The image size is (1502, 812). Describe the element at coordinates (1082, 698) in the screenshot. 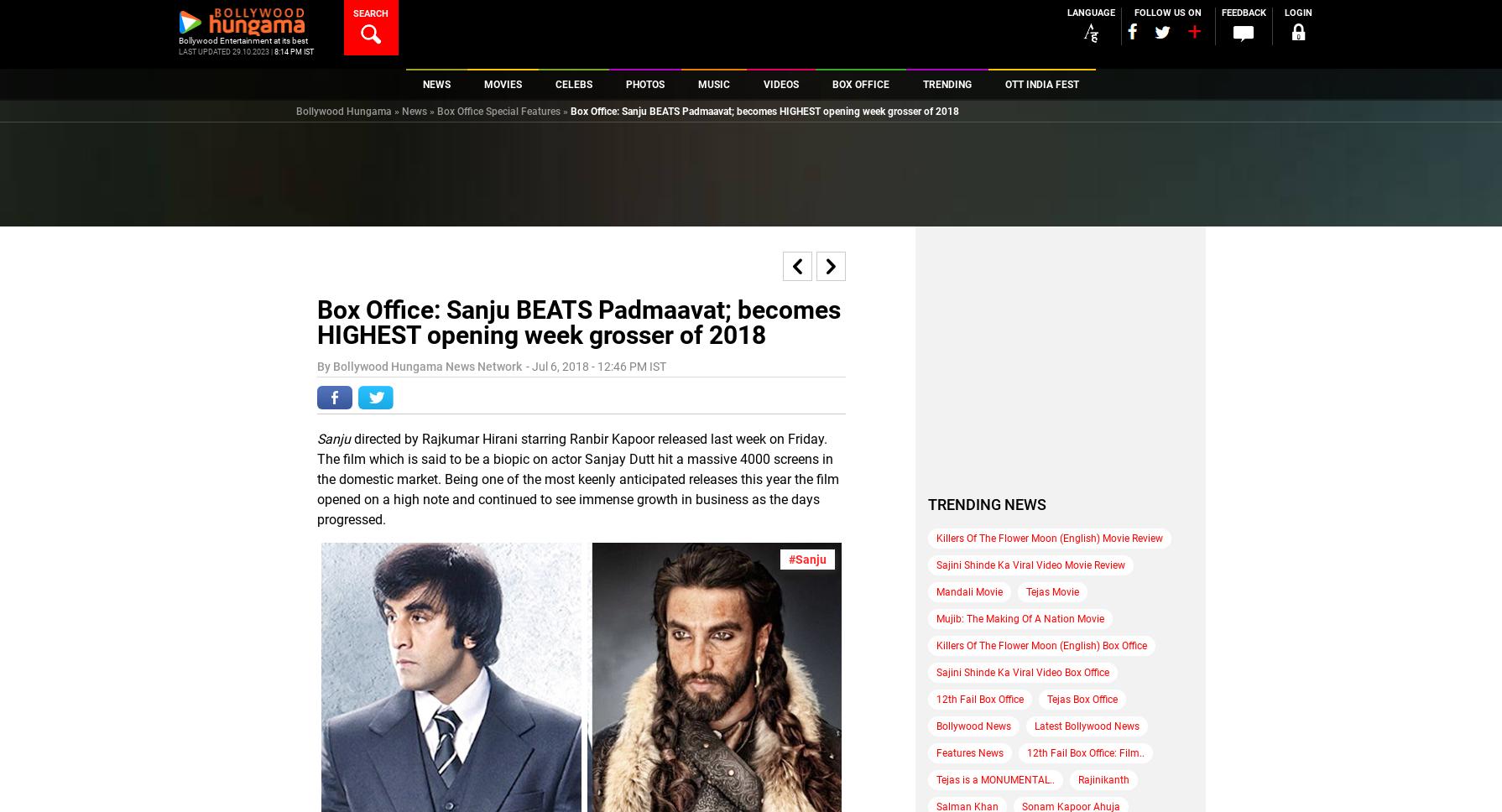

I see `'Tejas Box Office'` at that location.